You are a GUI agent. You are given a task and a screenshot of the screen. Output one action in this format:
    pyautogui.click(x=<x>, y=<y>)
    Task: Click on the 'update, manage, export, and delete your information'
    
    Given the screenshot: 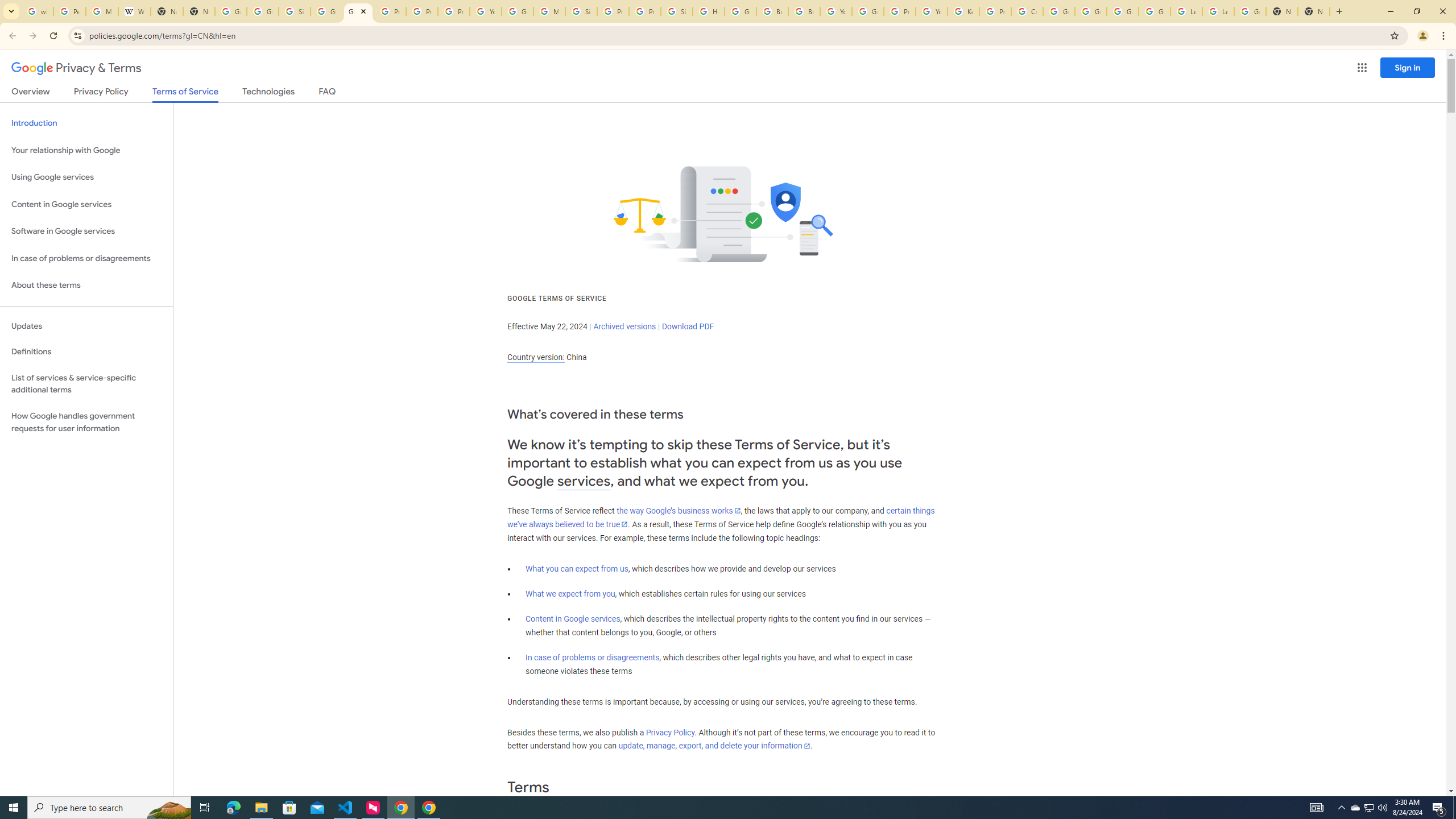 What is the action you would take?
    pyautogui.click(x=714, y=745)
    